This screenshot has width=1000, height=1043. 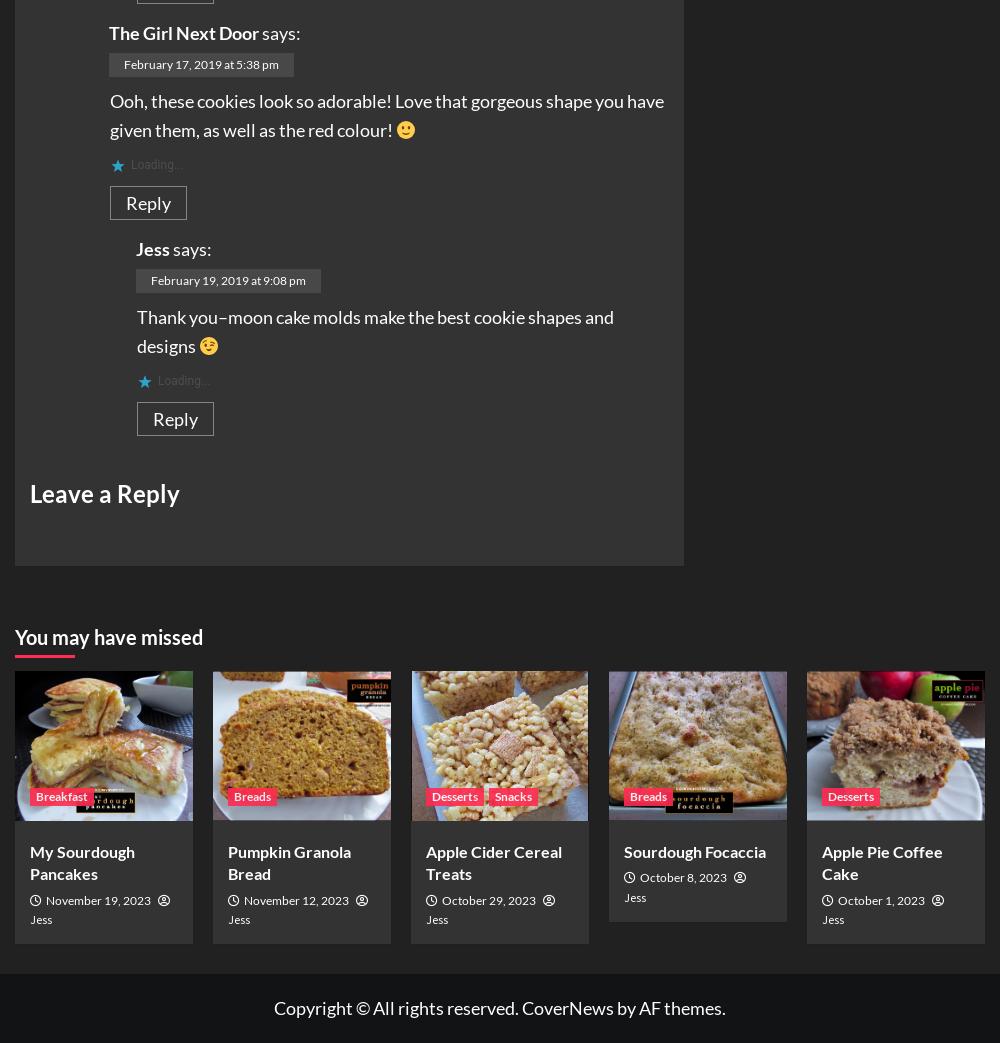 What do you see at coordinates (109, 115) in the screenshot?
I see `'Ooh, these cookies look so adorable! Love that gorgeous shape you have given them, as well as the red colour!'` at bounding box center [109, 115].